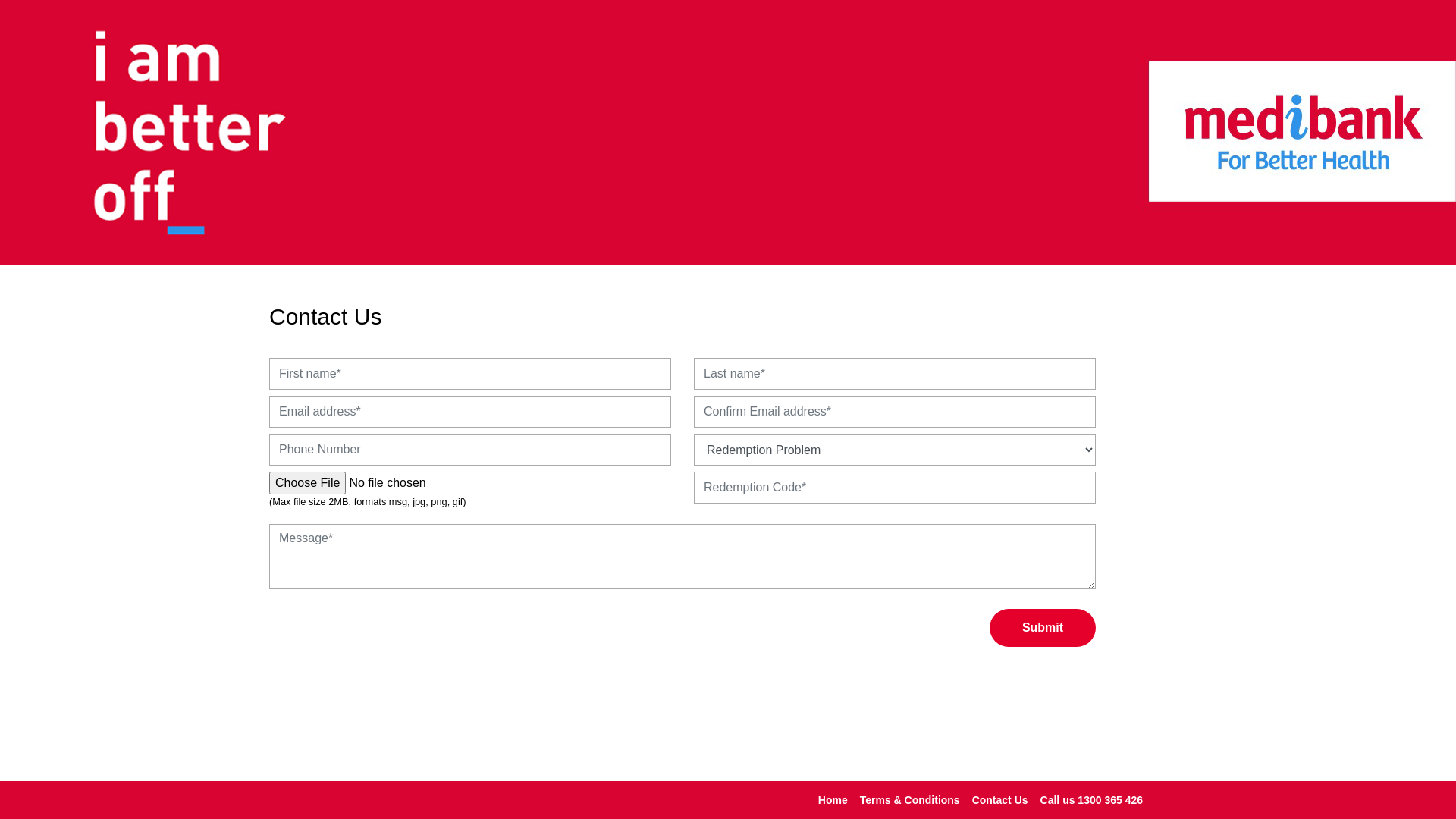  I want to click on 'Contact Us', so click(1000, 799).